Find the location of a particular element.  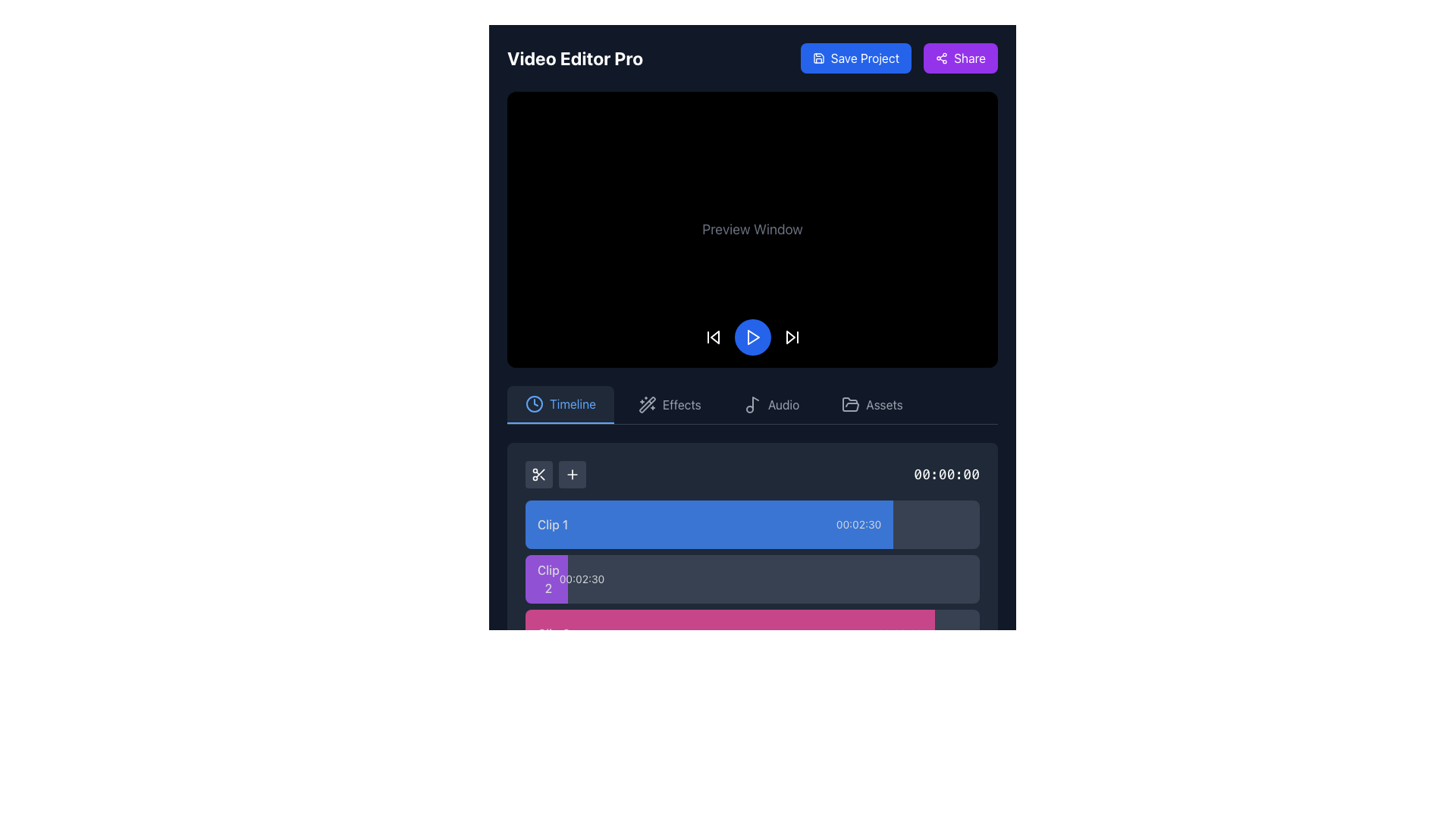

the plus (+) icon button, which is styled with a minimalist design and positioned near the top-left of the timeline panel is located at coordinates (571, 472).